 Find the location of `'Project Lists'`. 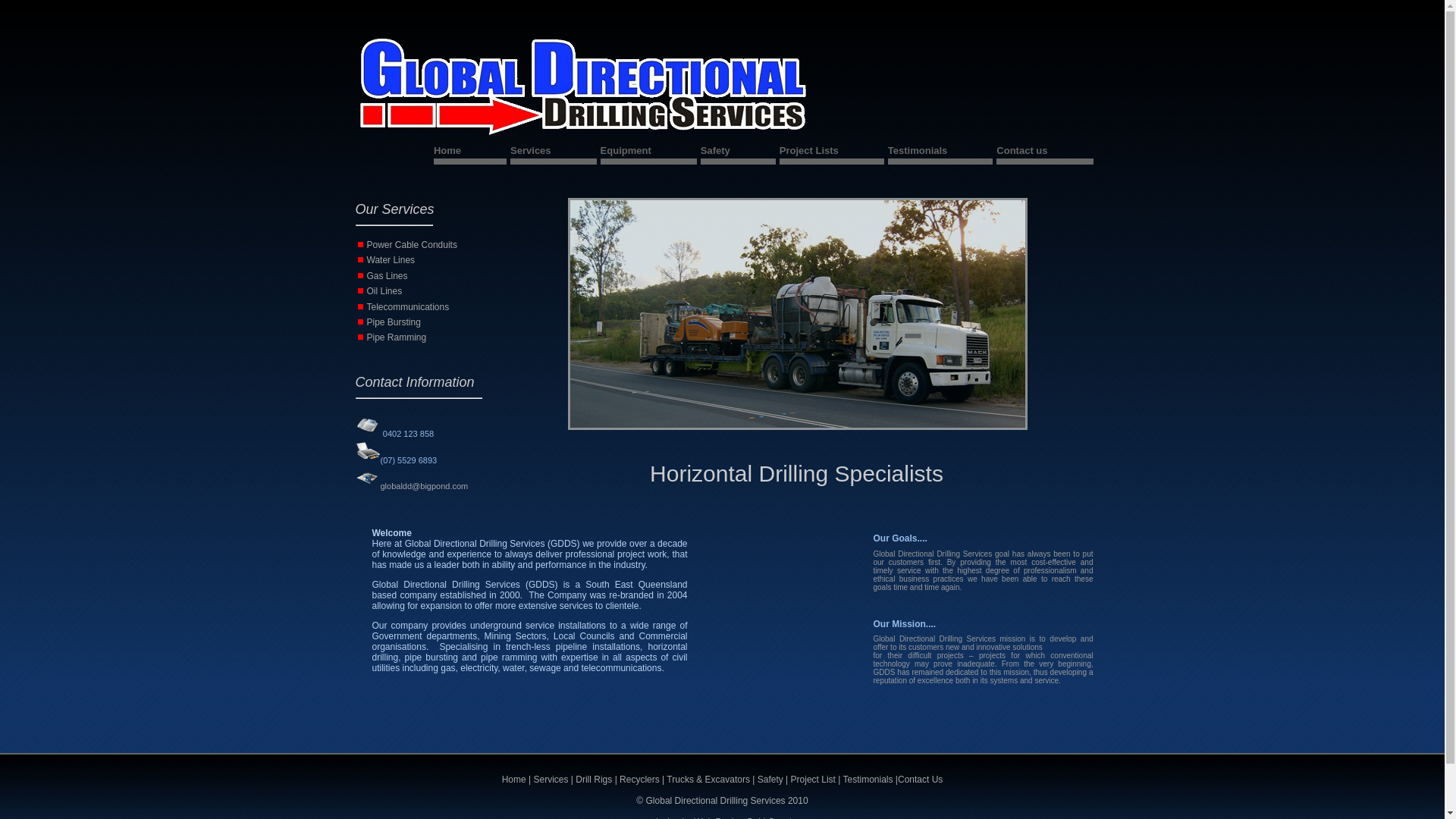

'Project Lists' is located at coordinates (831, 152).